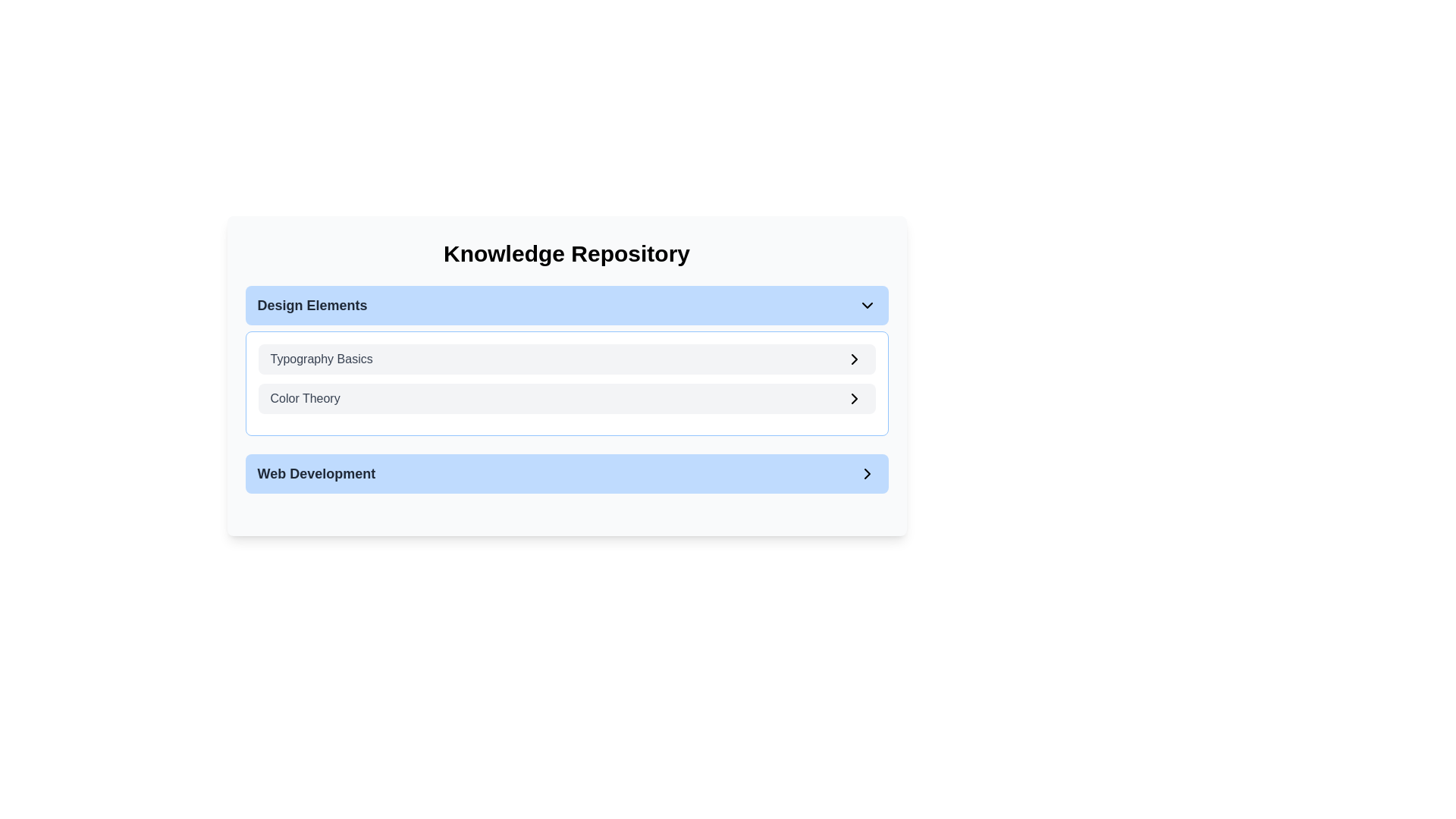 This screenshot has height=819, width=1456. What do you see at coordinates (867, 305) in the screenshot?
I see `the chevron dropdown toggle icon located at the far right of the 'Design Elements' section` at bounding box center [867, 305].